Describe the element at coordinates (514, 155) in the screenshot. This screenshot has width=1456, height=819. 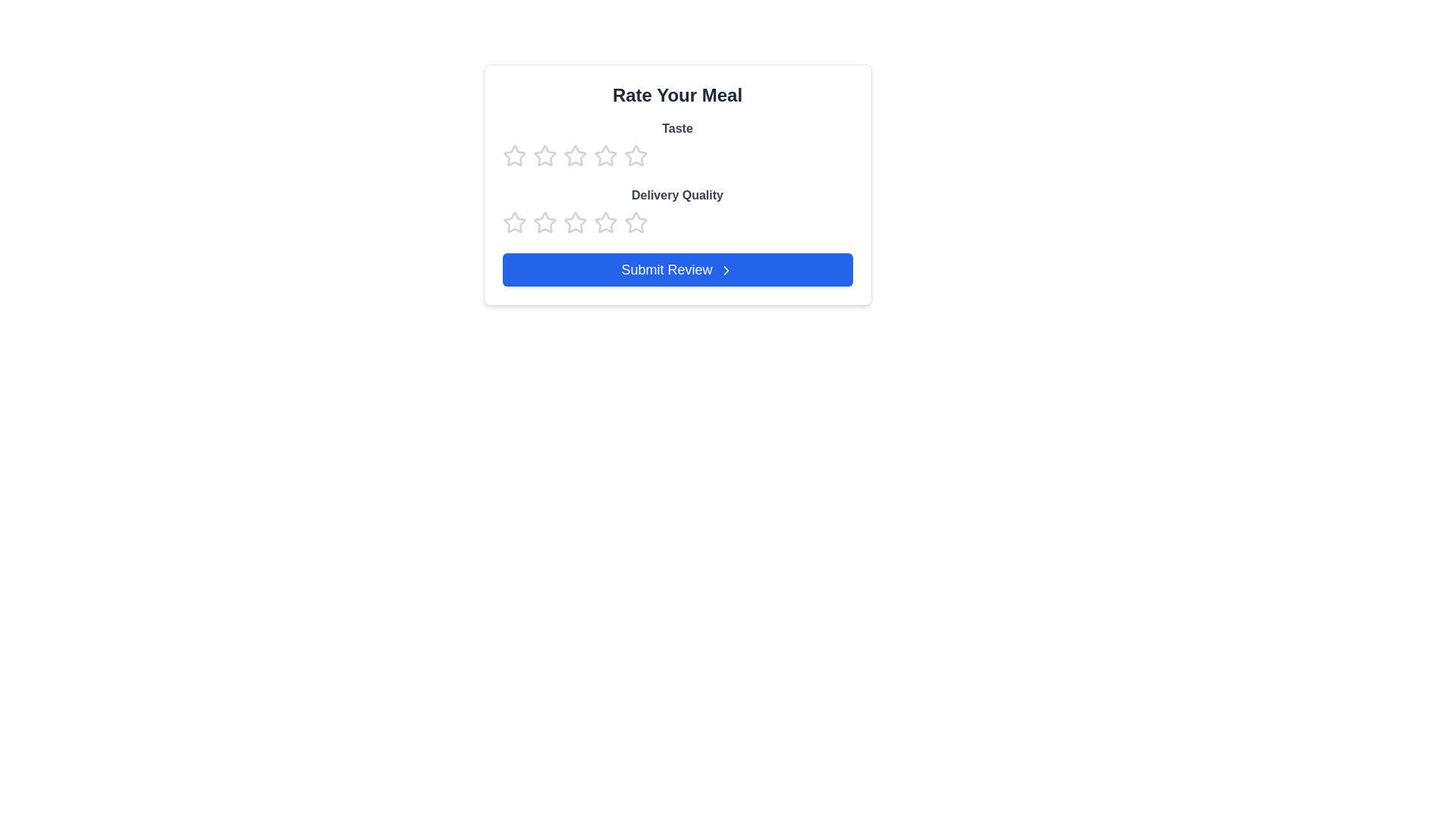
I see `the first star rating icon, which is a light gray 5-pointed star with a transparent center and gray outline, located above the label 'Taste' in the modal window labeled 'Rate Your Meal'` at that location.